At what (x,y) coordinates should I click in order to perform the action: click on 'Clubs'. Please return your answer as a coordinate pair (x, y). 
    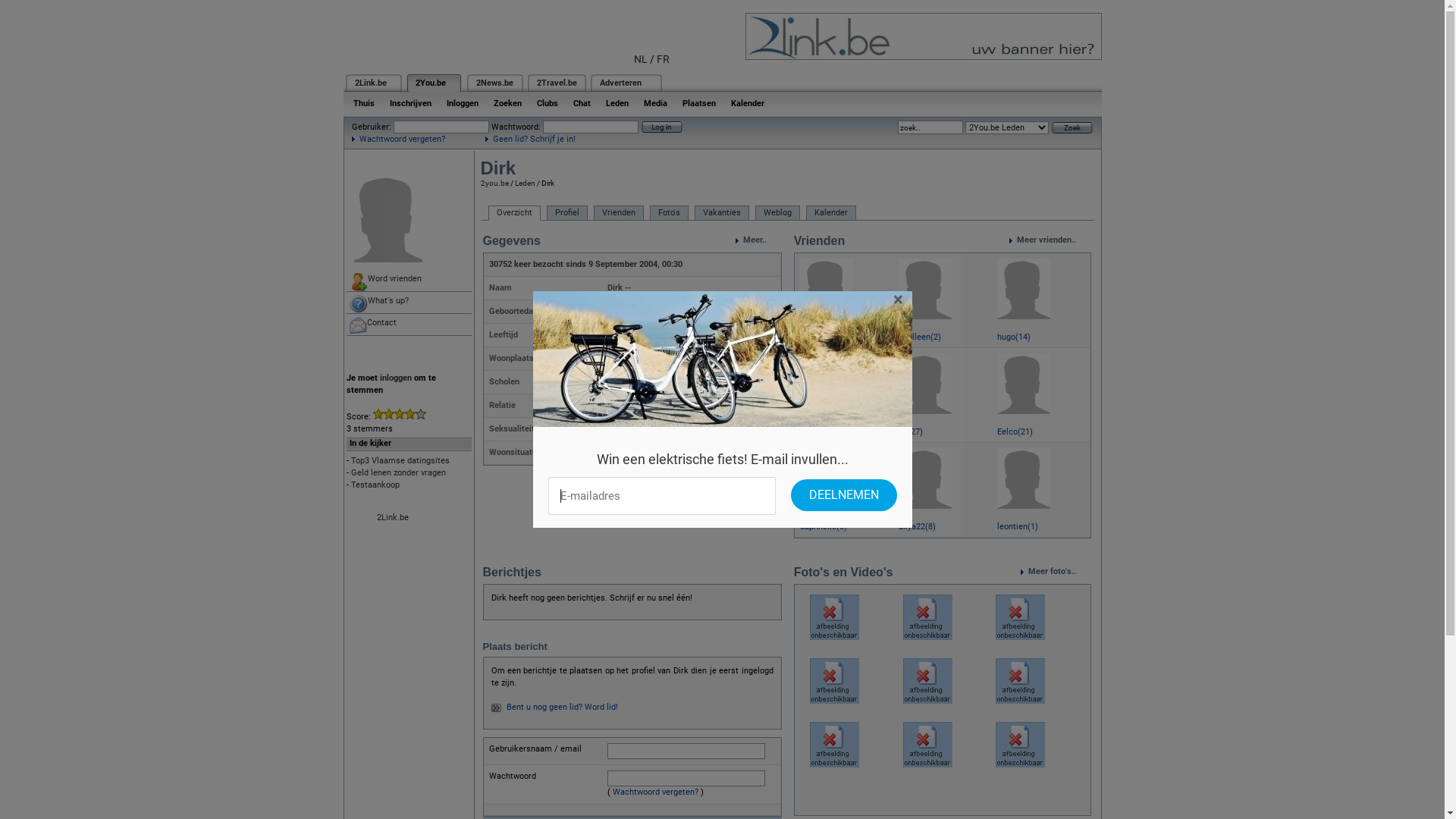
    Looking at the image, I should click on (546, 102).